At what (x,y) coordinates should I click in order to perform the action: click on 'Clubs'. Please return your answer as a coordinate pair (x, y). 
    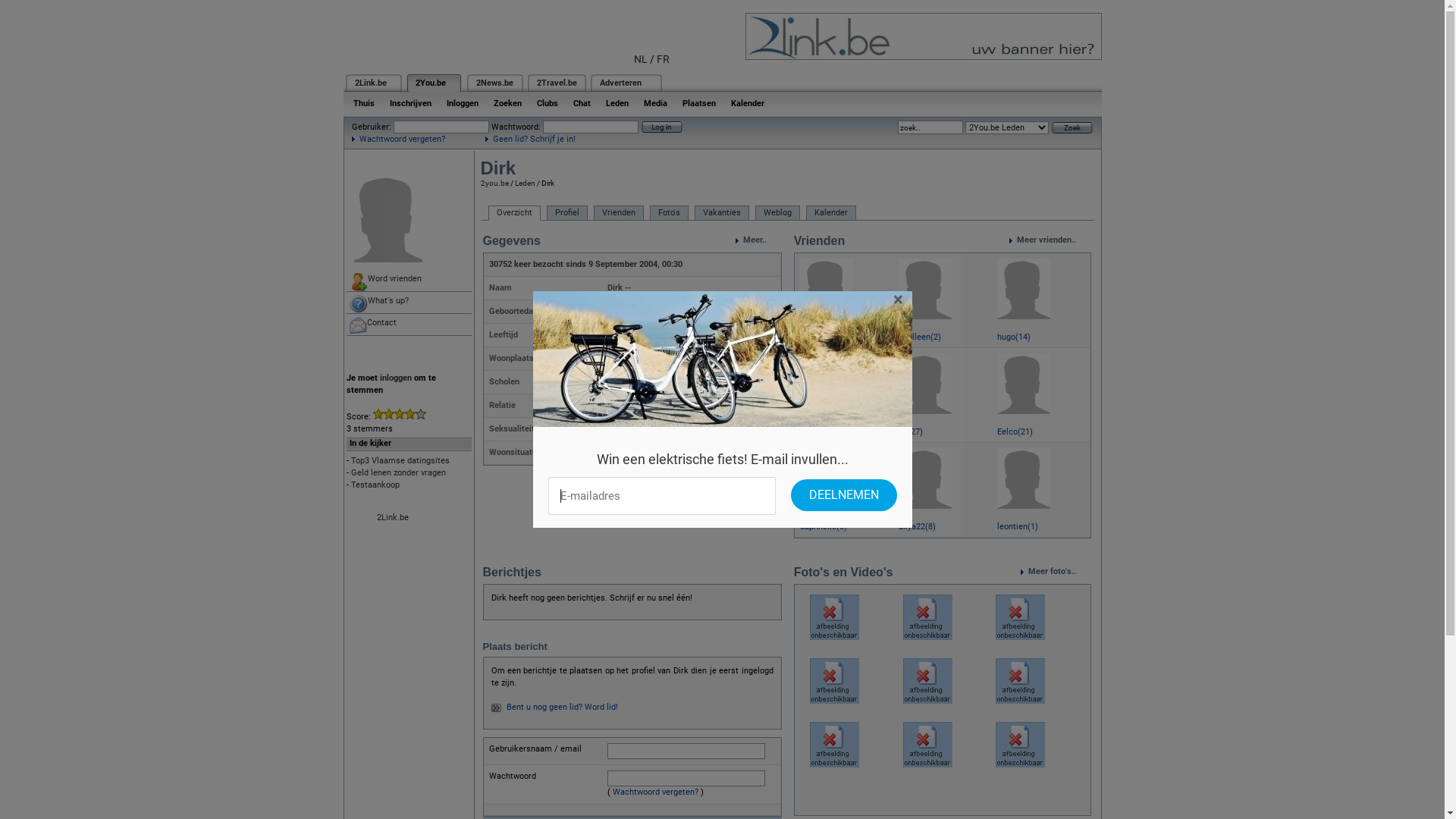
    Looking at the image, I should click on (546, 102).